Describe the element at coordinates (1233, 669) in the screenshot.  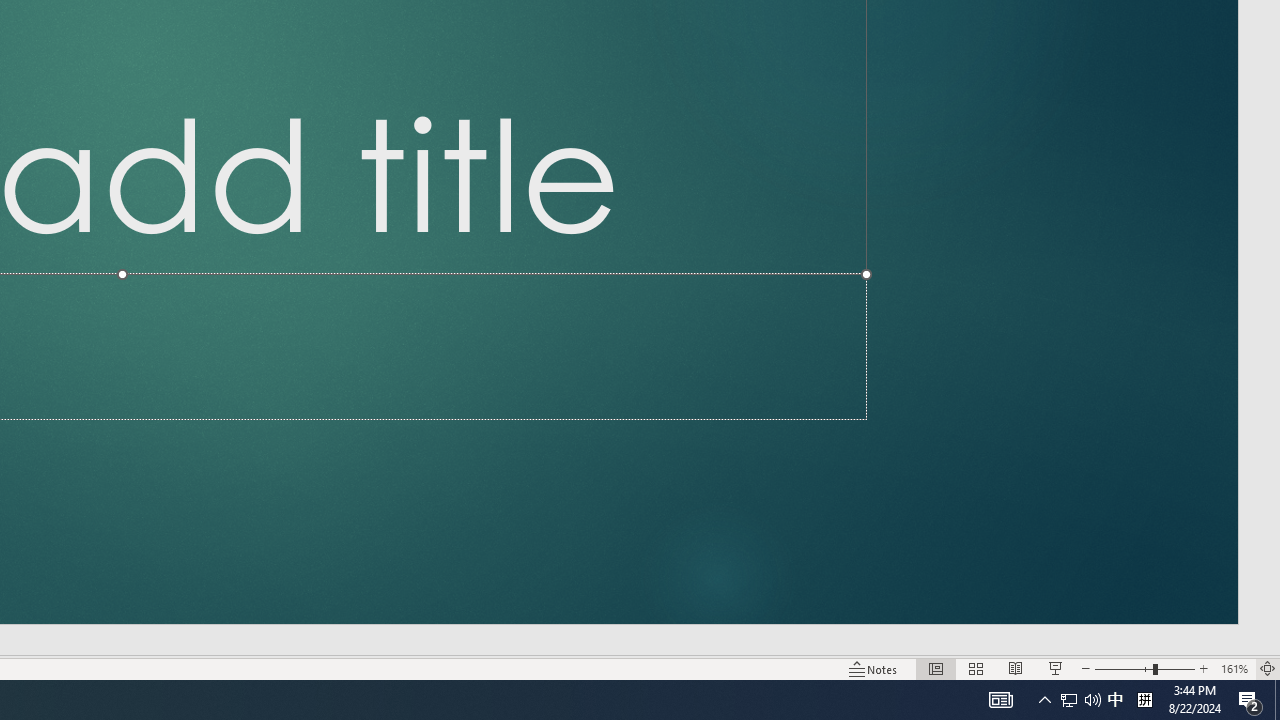
I see `'Zoom 161%'` at that location.